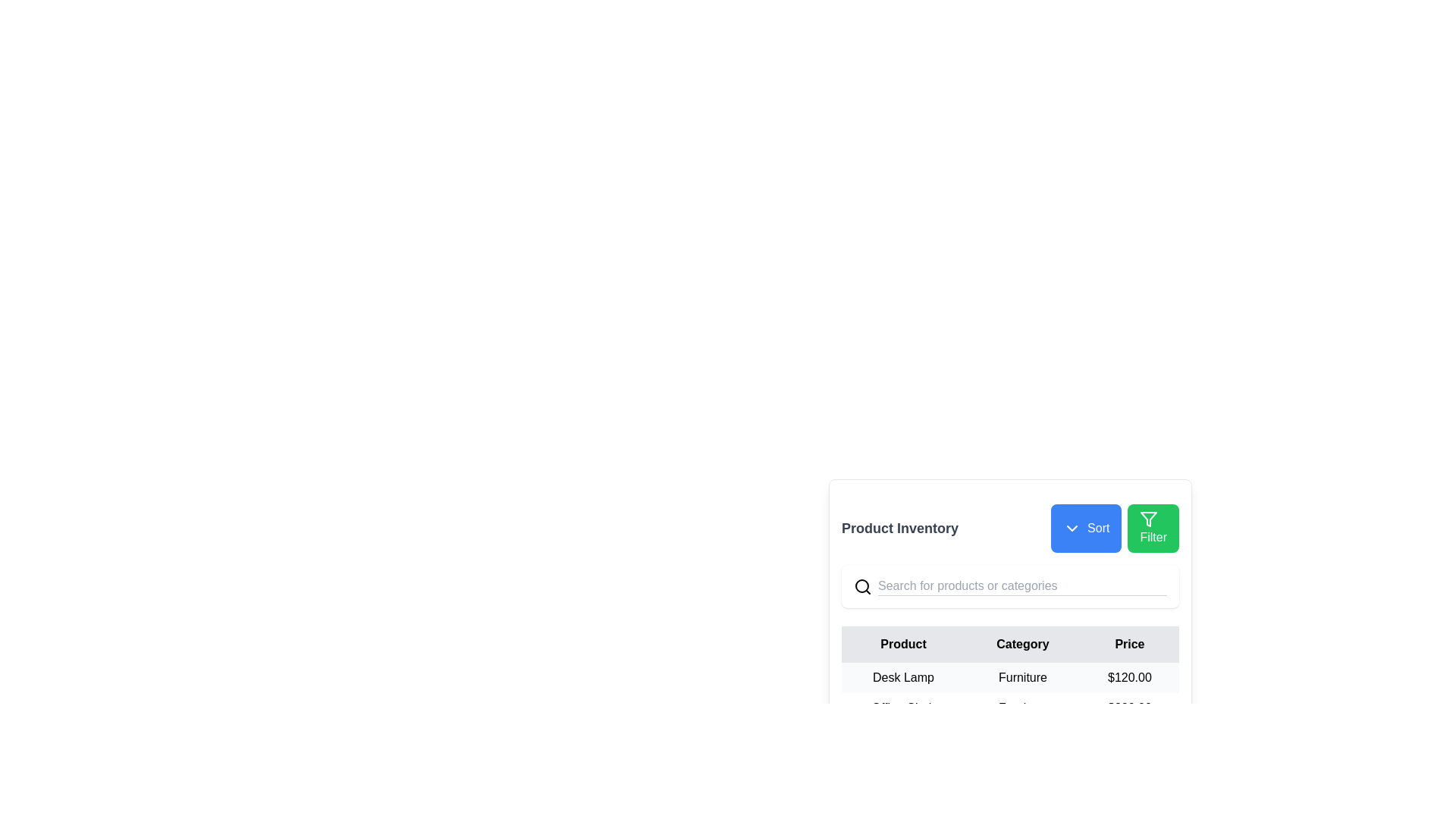  What do you see at coordinates (1085, 528) in the screenshot?
I see `the sorting button located in the top-right portion of the interface, adjacent to the green 'Filter' button, to observe any hover effects` at bounding box center [1085, 528].